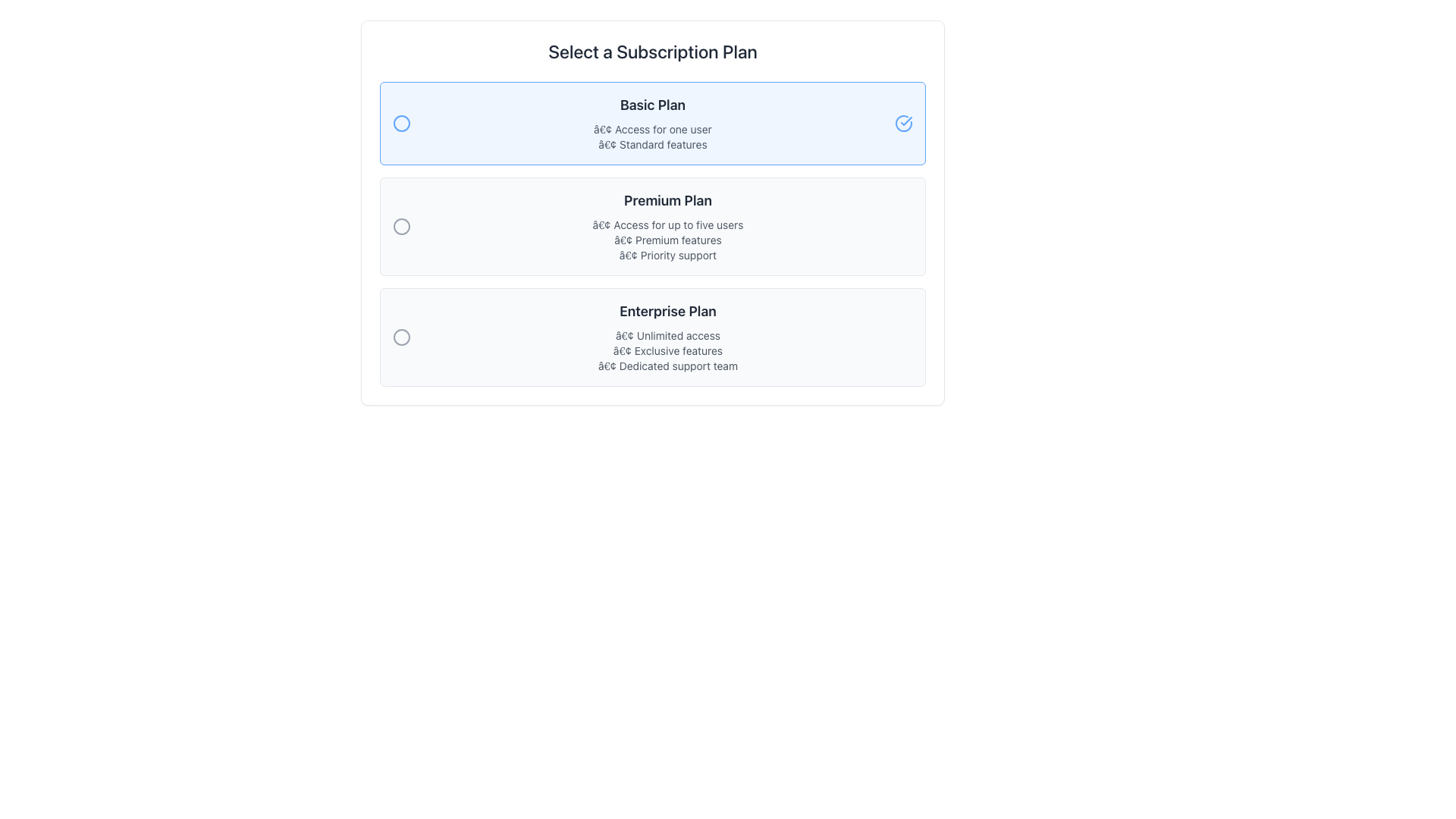 The width and height of the screenshot is (1456, 819). I want to click on the informational text group that details the features of the 'Premium Plan', which is centrally located below the 'Basic Plan' and above the 'Enterprise Plan' in the subscription plan cards, so click(667, 227).